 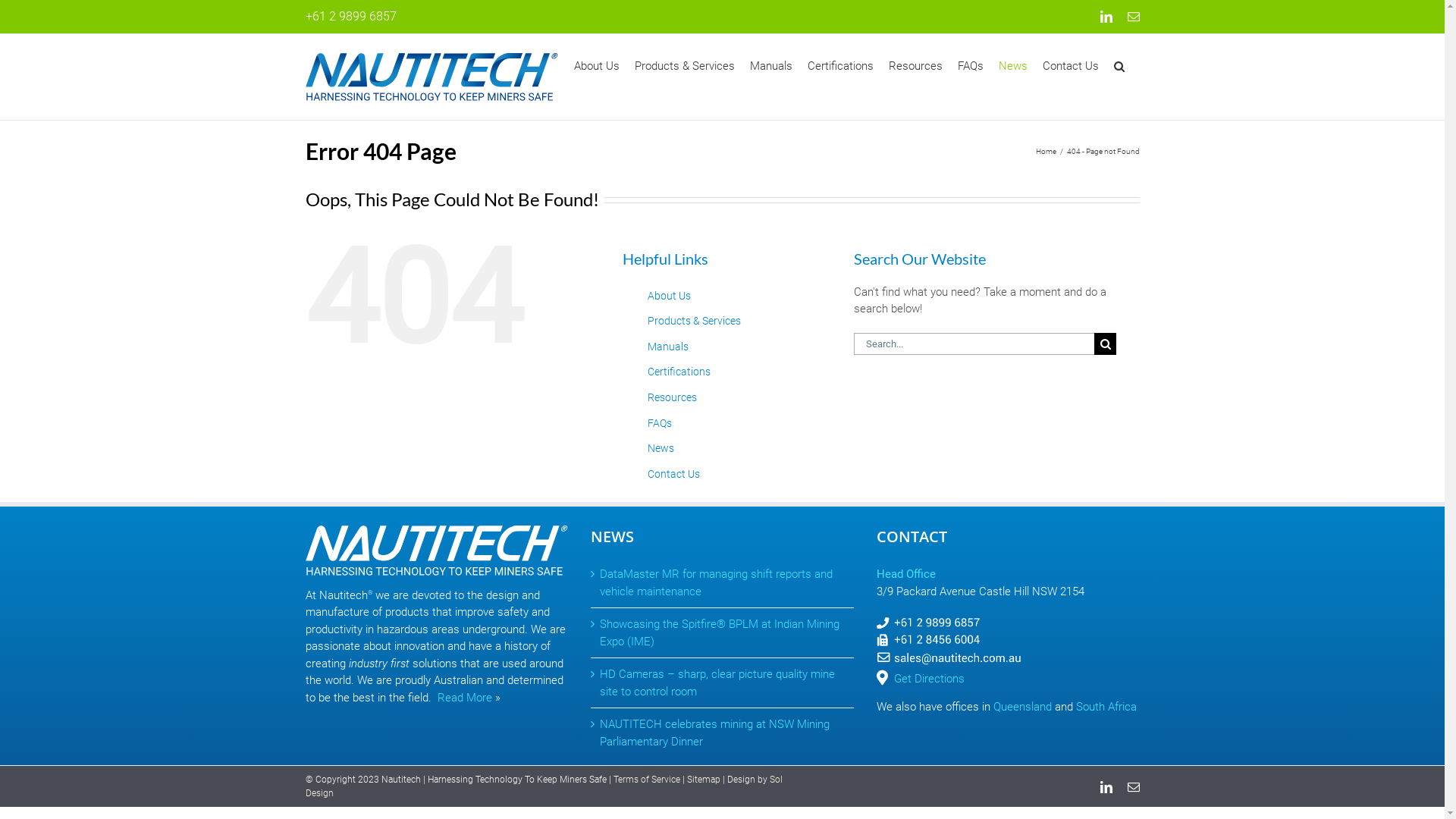 I want to click on 'LinkedIn', so click(x=1106, y=786).